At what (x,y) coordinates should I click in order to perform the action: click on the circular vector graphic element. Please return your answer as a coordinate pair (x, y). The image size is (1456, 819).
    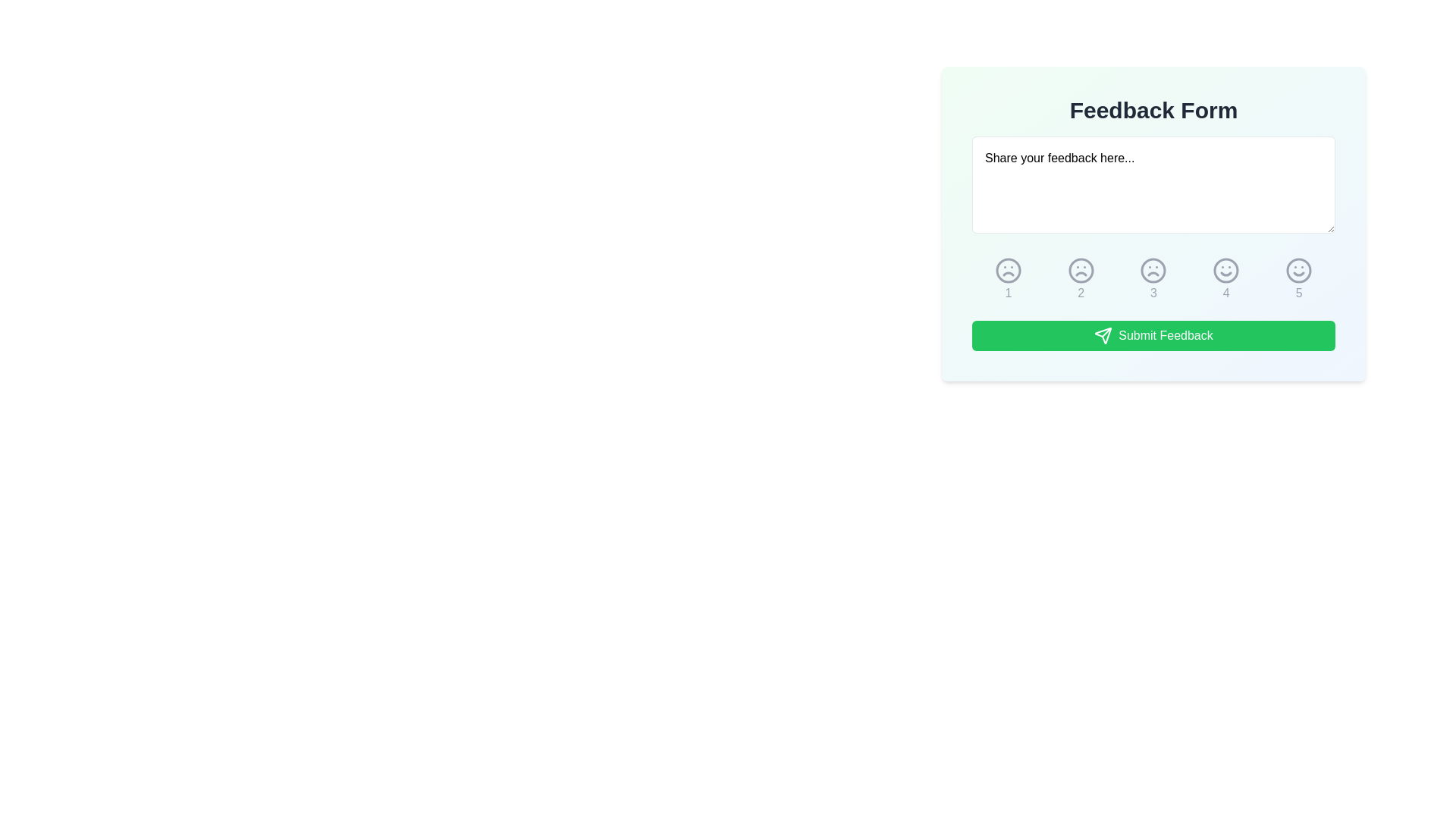
    Looking at the image, I should click on (1226, 270).